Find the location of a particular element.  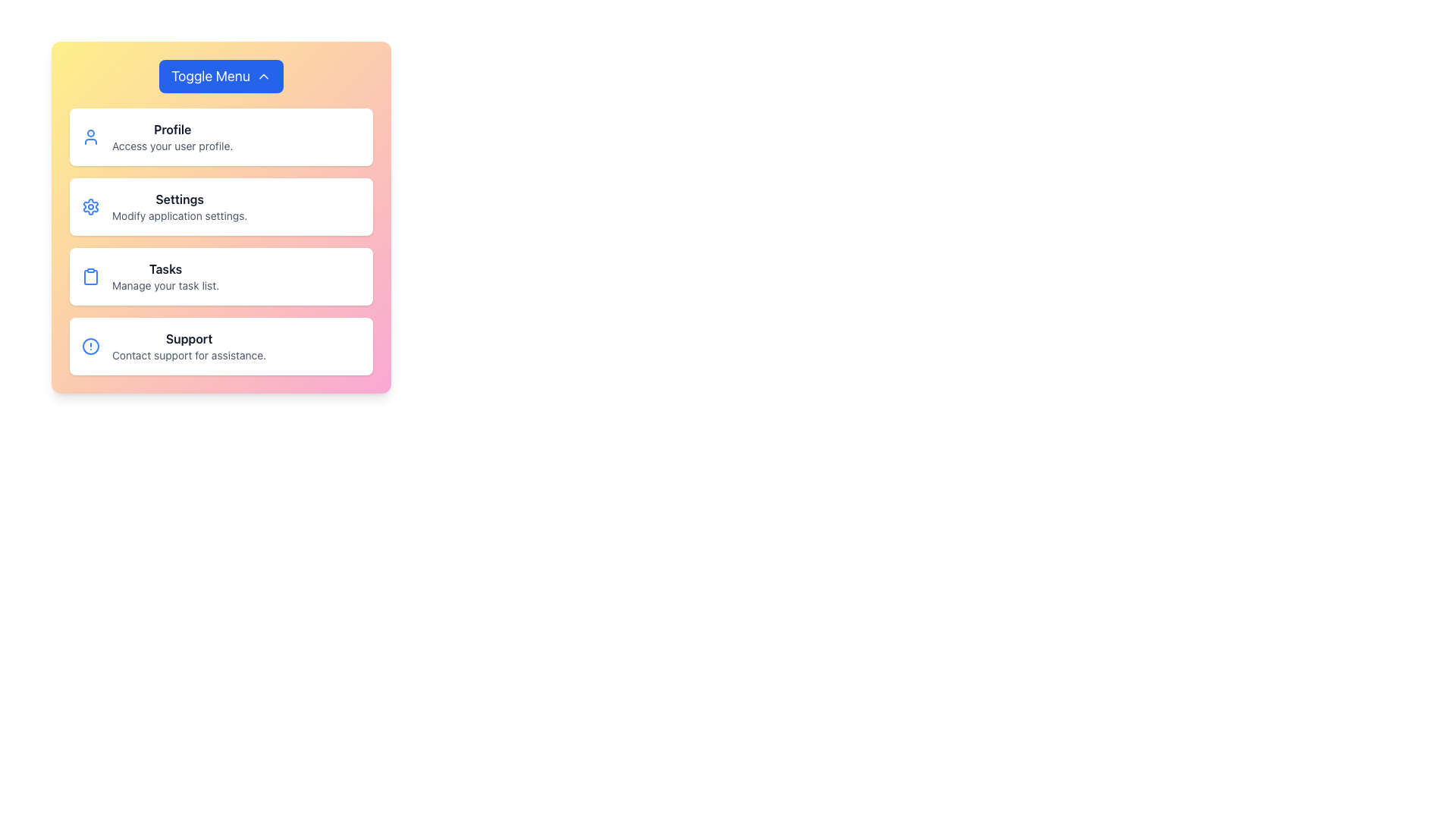

the first card in the navigation list labeled 'Profile' for accessibility navigation is located at coordinates (221, 137).